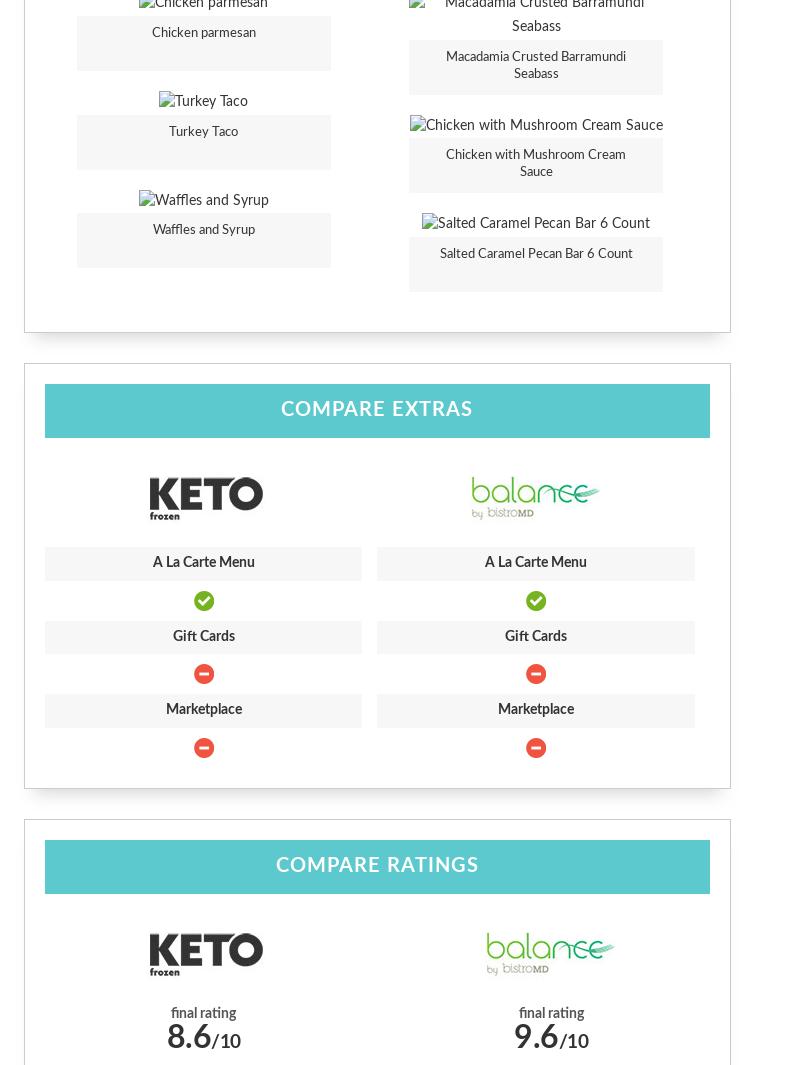  I want to click on 'Chicken with Mushroom Cream Sauce', so click(536, 163).